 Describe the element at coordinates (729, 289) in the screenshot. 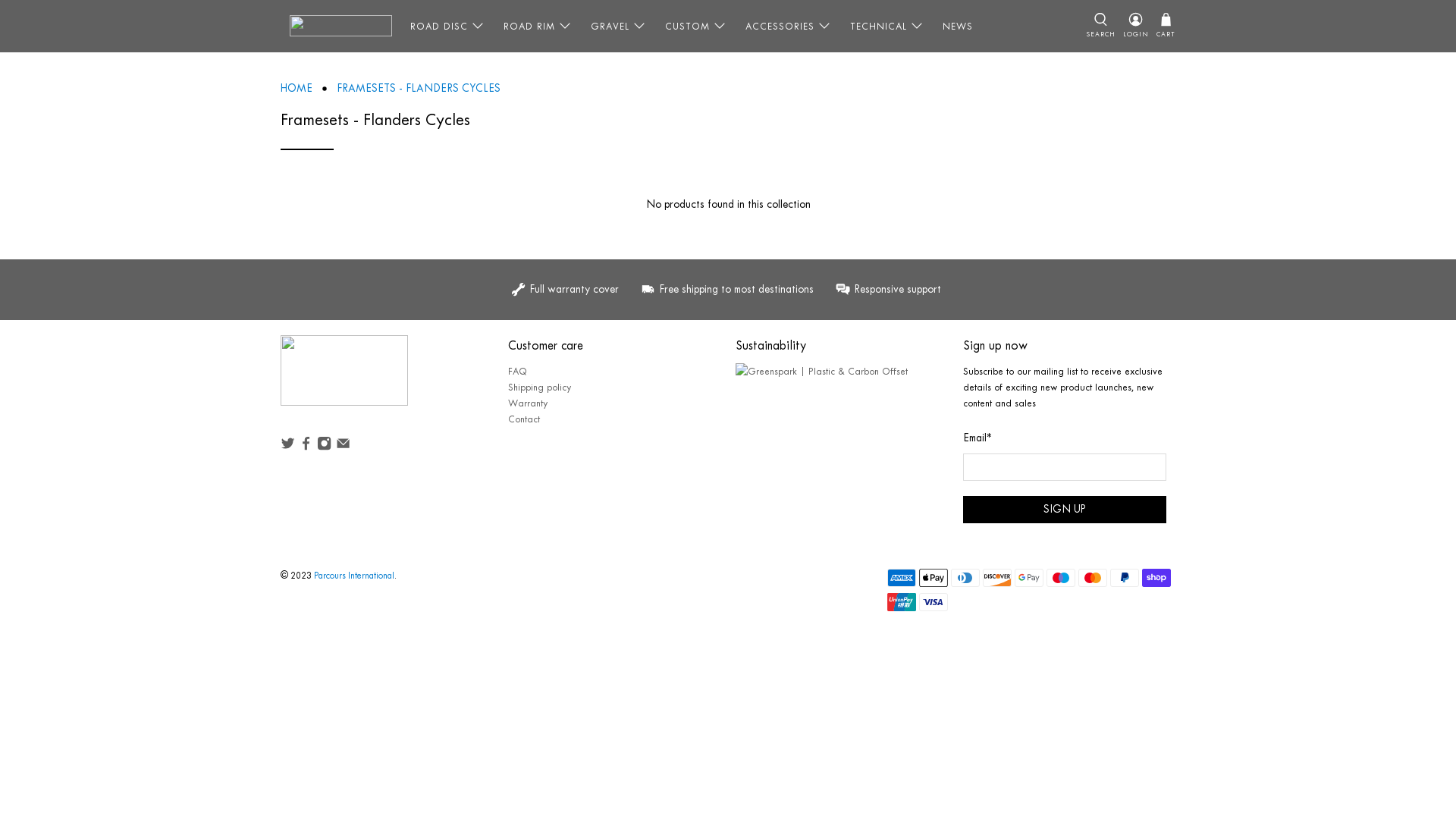

I see `'Free shipping to most destinations'` at that location.